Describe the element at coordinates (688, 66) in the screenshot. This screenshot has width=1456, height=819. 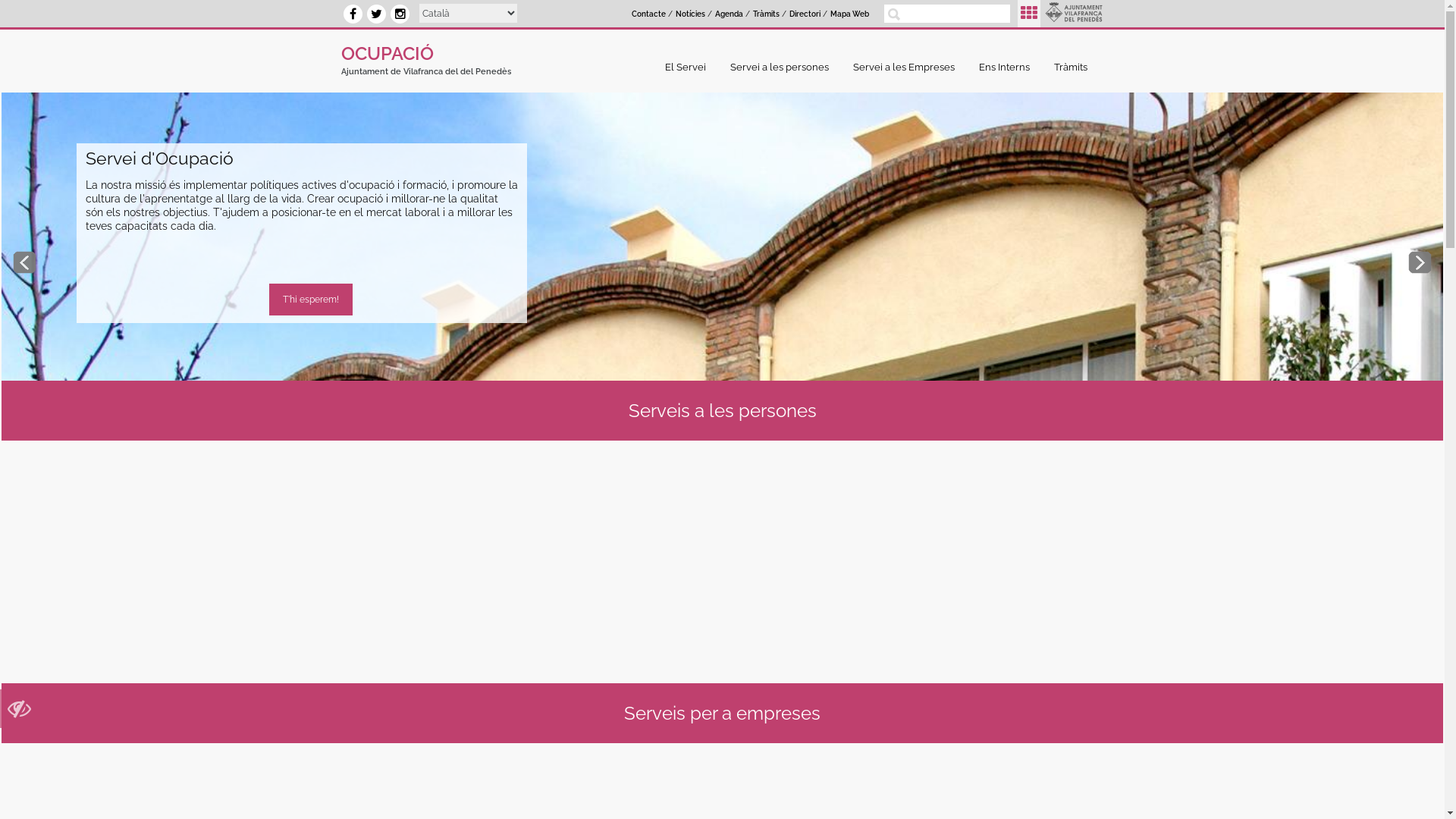
I see `'El Servei'` at that location.